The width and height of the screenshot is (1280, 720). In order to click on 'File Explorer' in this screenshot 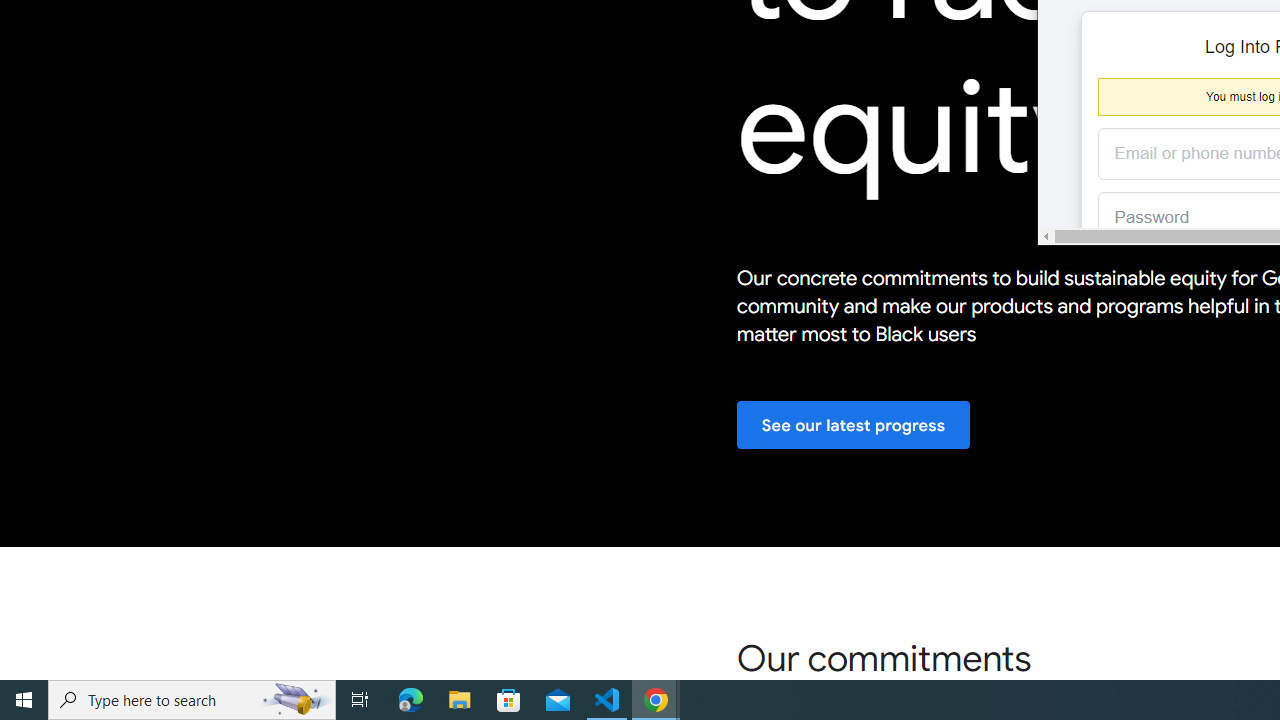, I will do `click(459, 698)`.